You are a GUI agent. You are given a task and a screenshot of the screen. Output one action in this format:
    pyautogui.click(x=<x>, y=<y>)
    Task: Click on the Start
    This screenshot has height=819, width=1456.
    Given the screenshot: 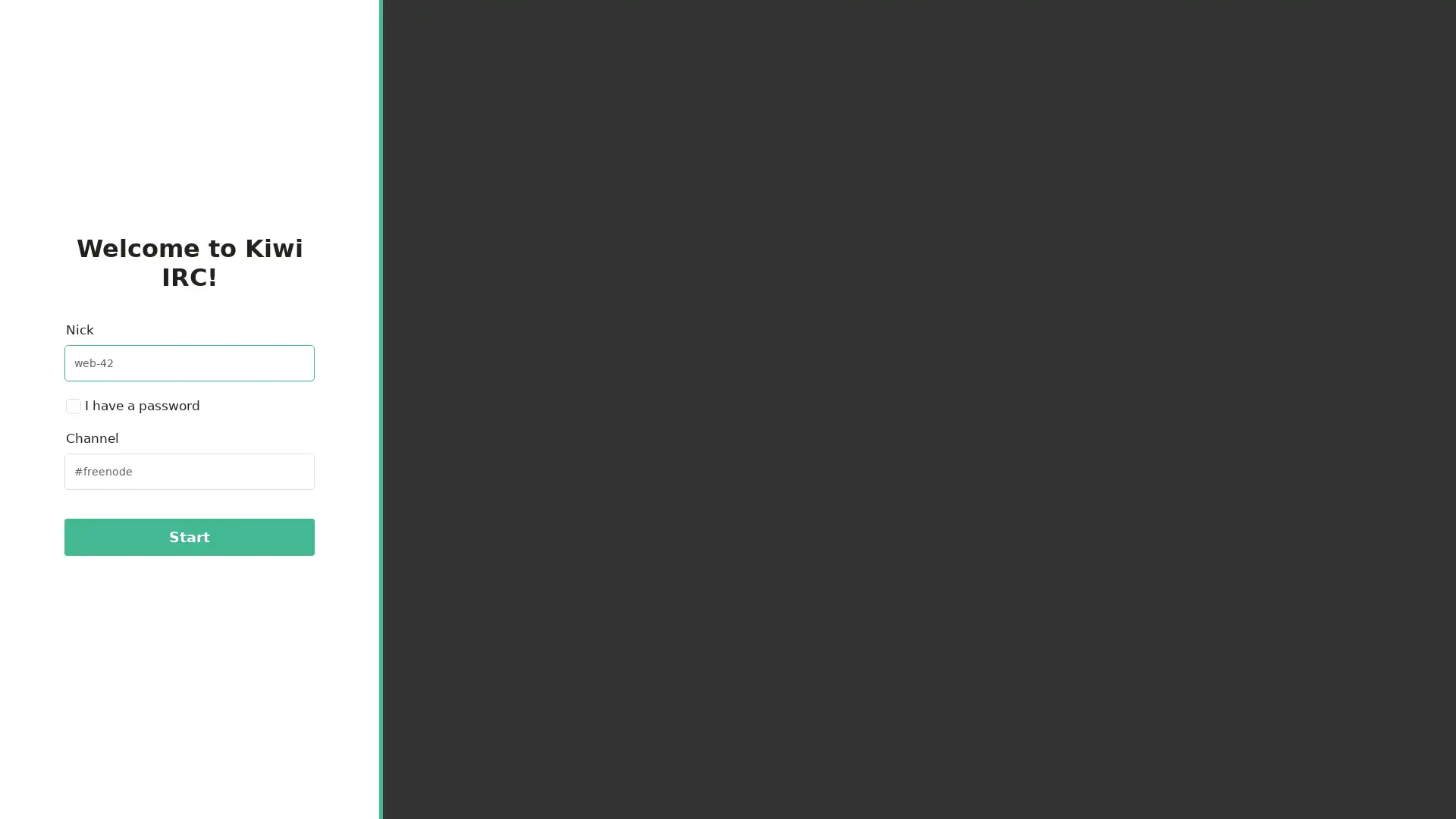 What is the action you would take?
    pyautogui.click(x=188, y=536)
    